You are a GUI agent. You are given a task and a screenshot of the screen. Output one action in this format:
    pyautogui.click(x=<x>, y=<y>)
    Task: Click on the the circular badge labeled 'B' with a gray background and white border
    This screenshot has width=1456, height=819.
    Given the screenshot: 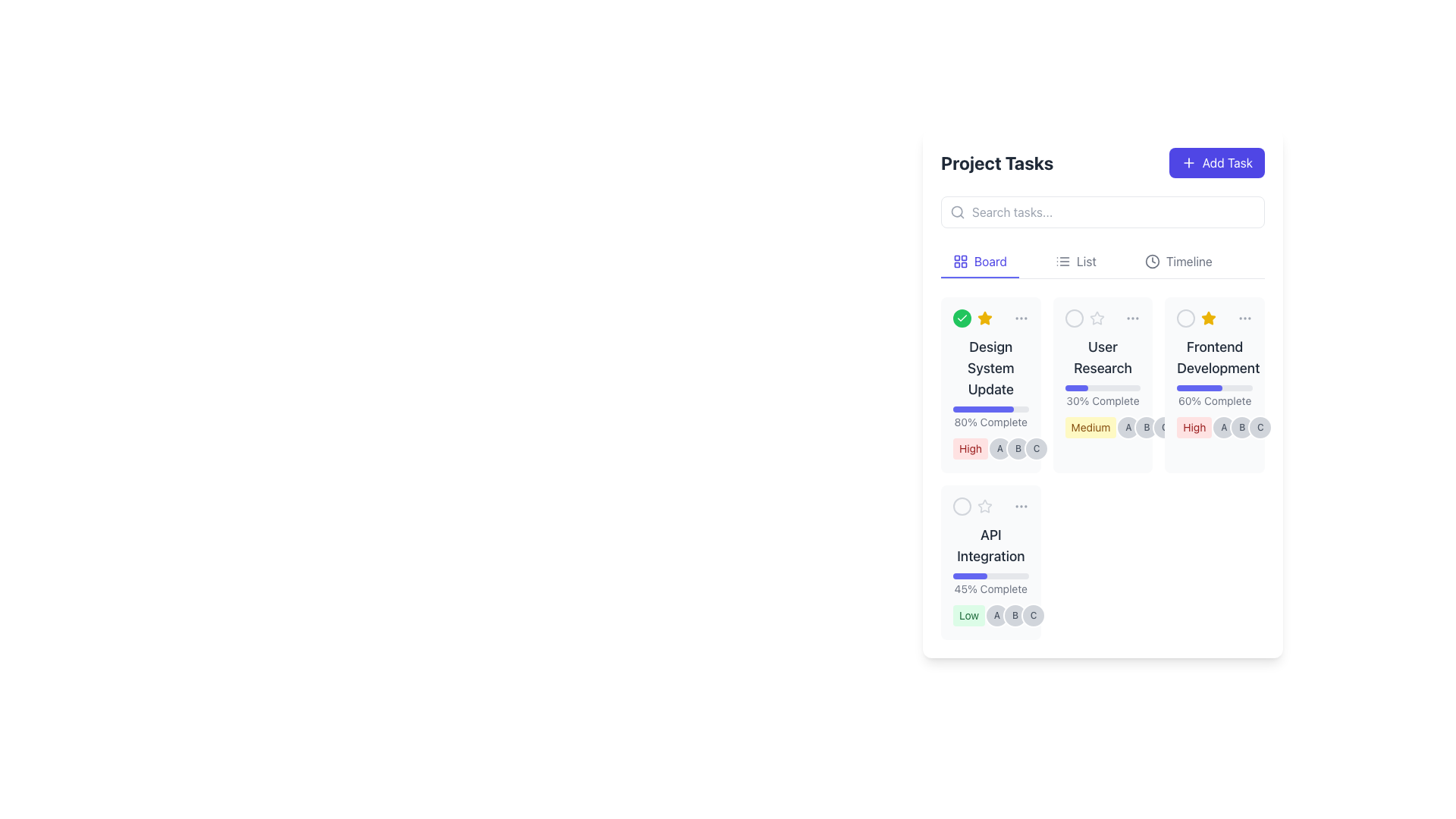 What is the action you would take?
    pyautogui.click(x=1018, y=447)
    